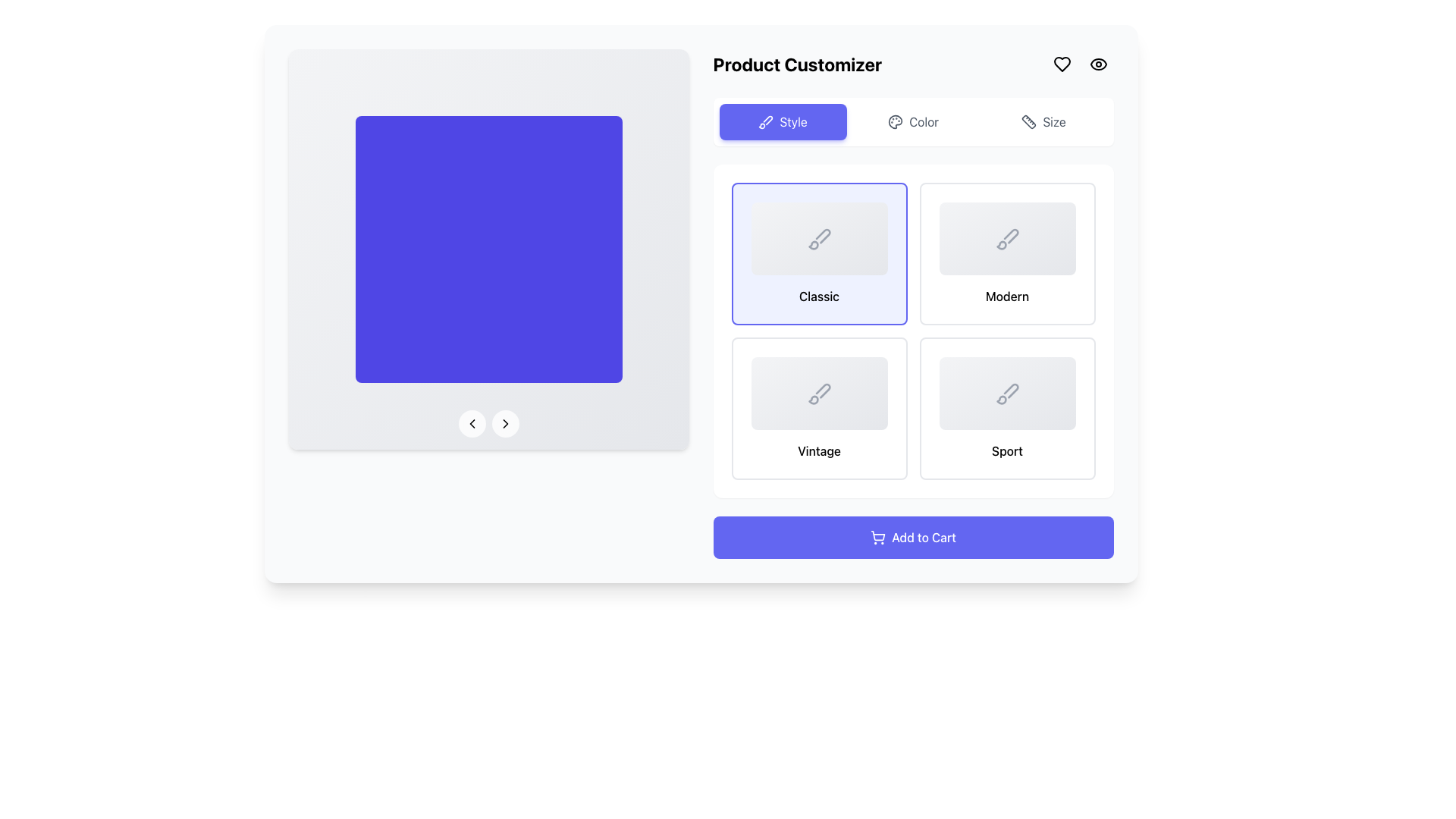  I want to click on the decorative graphical icon resembling a brush stroke located within the 'Modern' selection button in the 'Product Customizer' interface, so click(1011, 236).